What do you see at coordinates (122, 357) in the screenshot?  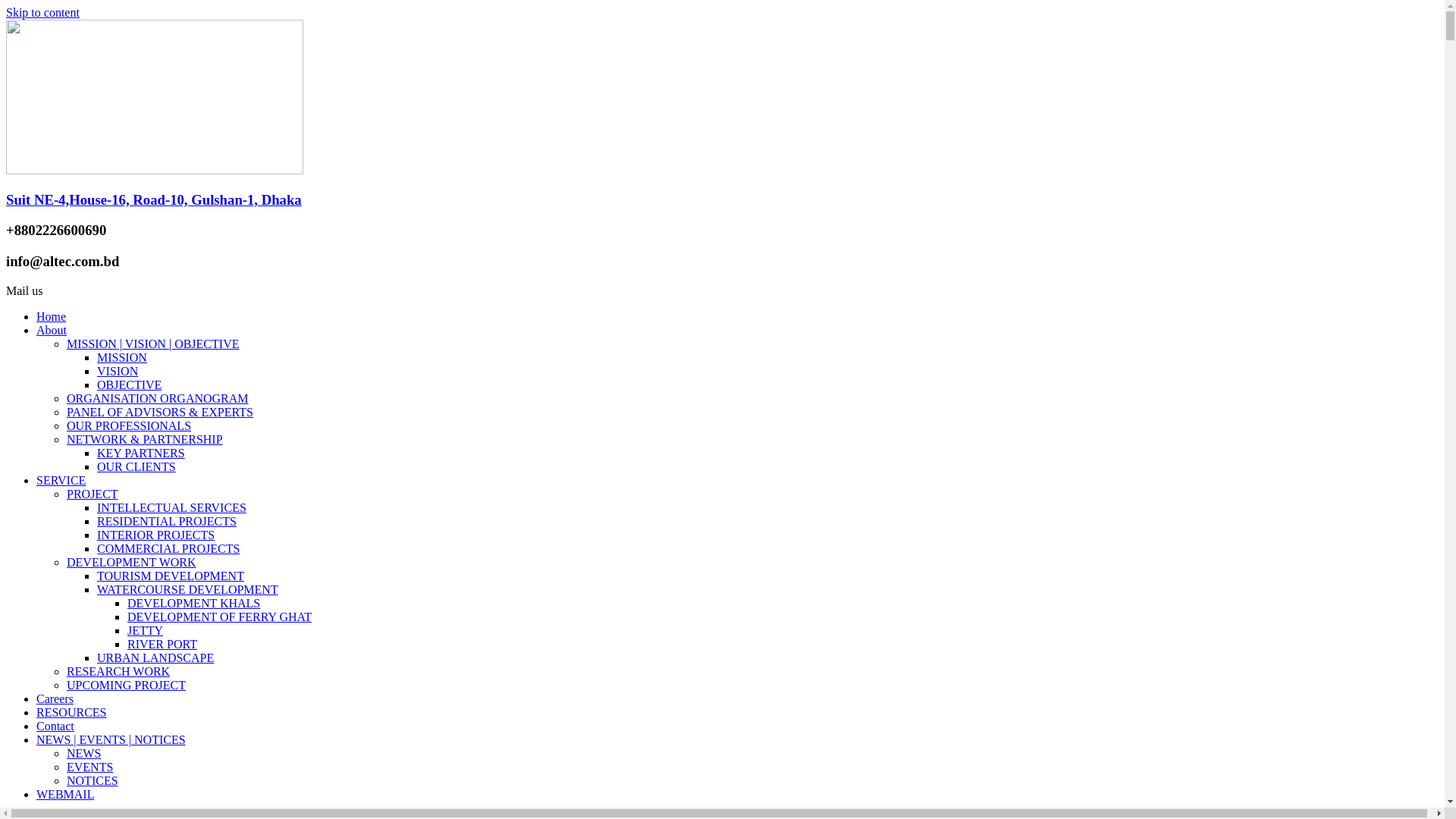 I see `'MISSION'` at bounding box center [122, 357].